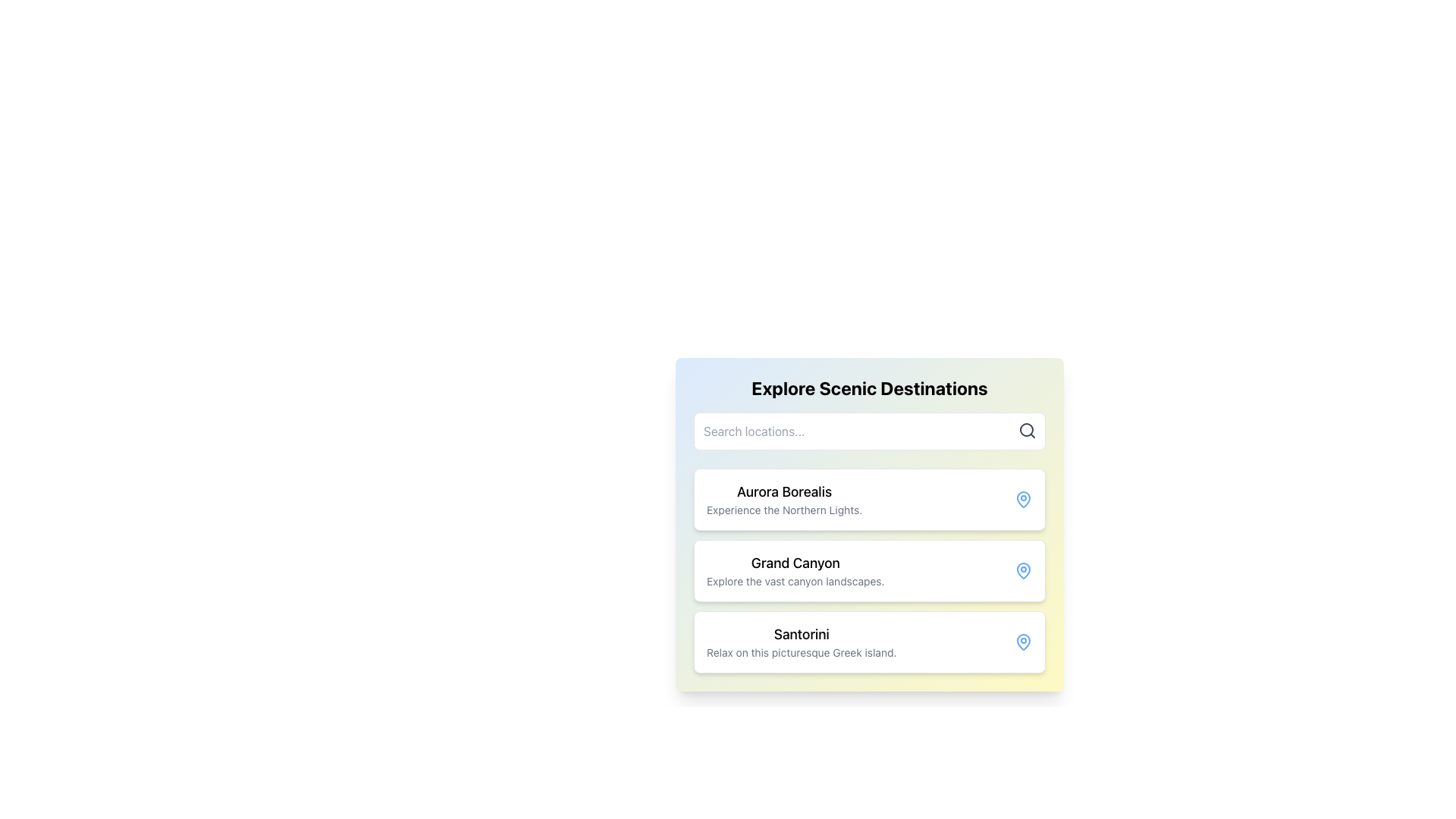 Image resolution: width=1456 pixels, height=819 pixels. What do you see at coordinates (795, 563) in the screenshot?
I see `displayed text of the text label 'Grand Canyon' which is styled with a medium font size and bold typography, located above the subtext in the second list item under the heading 'Explore Scenic Destinations'` at bounding box center [795, 563].